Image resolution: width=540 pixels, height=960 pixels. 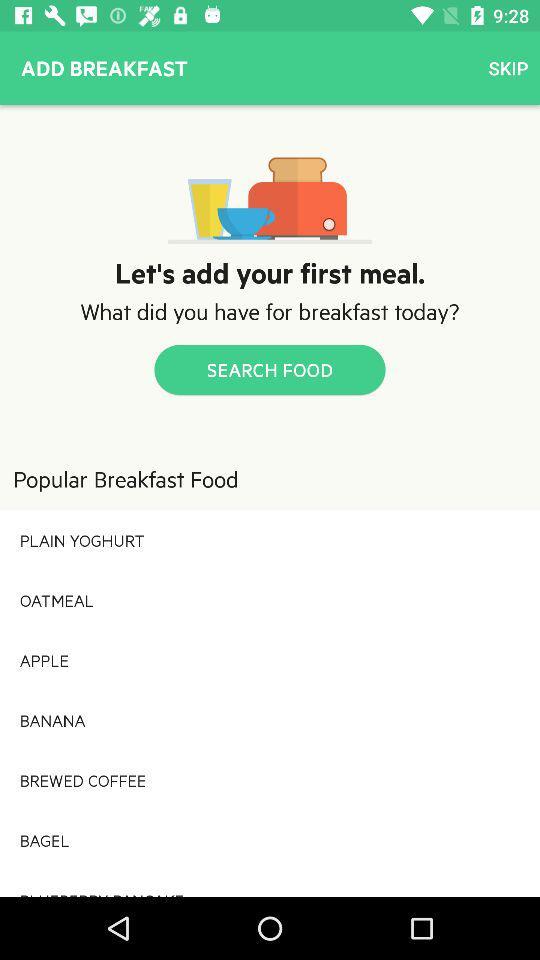 What do you see at coordinates (270, 882) in the screenshot?
I see `blueberry pancake` at bounding box center [270, 882].